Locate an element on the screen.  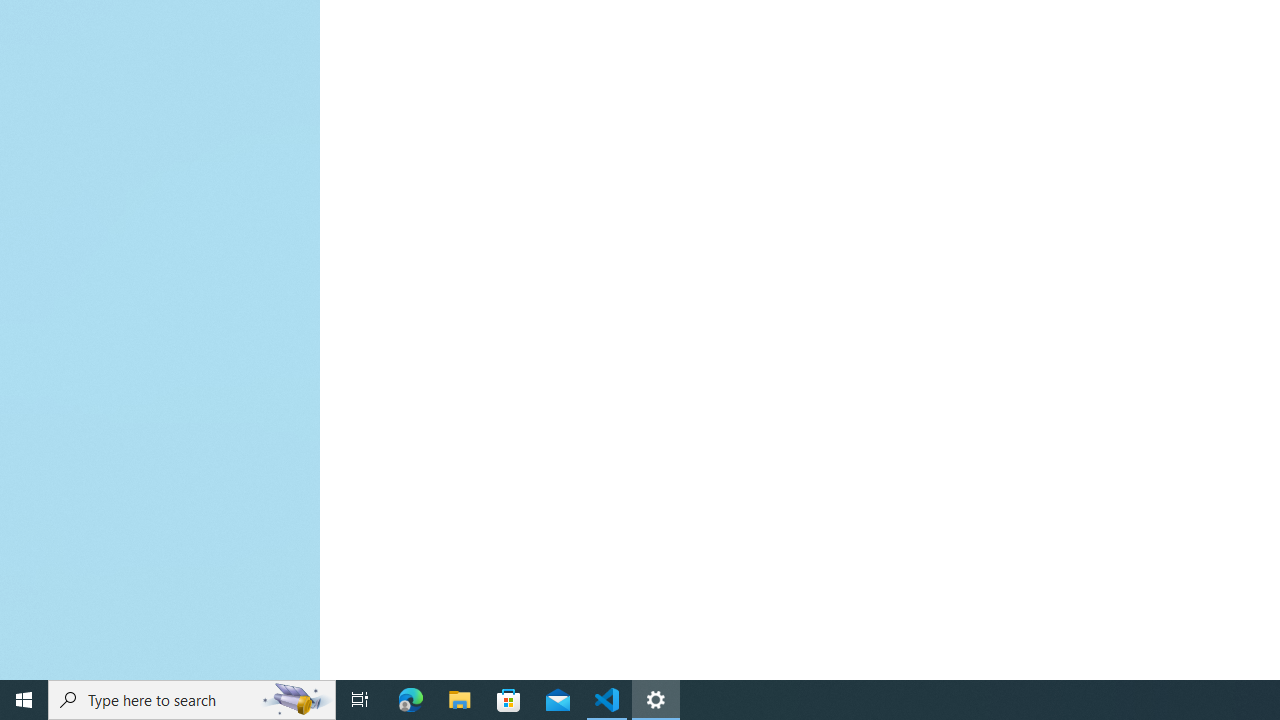
'Microsoft Store' is located at coordinates (509, 698).